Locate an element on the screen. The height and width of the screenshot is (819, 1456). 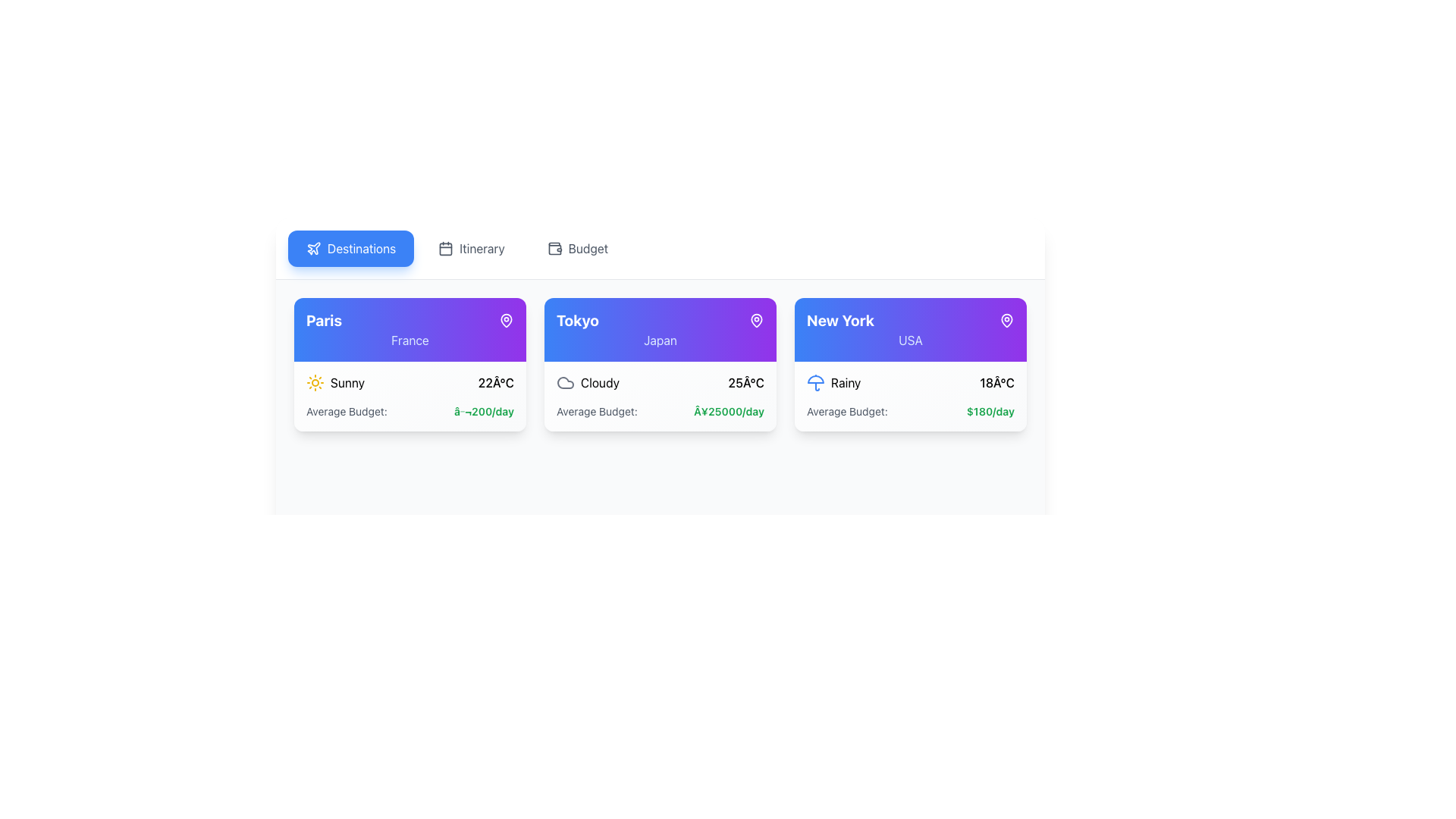
the text label indicating the average budget for the destination 'New York, USA', which is positioned left of the monetary value '$180/day' is located at coordinates (846, 412).